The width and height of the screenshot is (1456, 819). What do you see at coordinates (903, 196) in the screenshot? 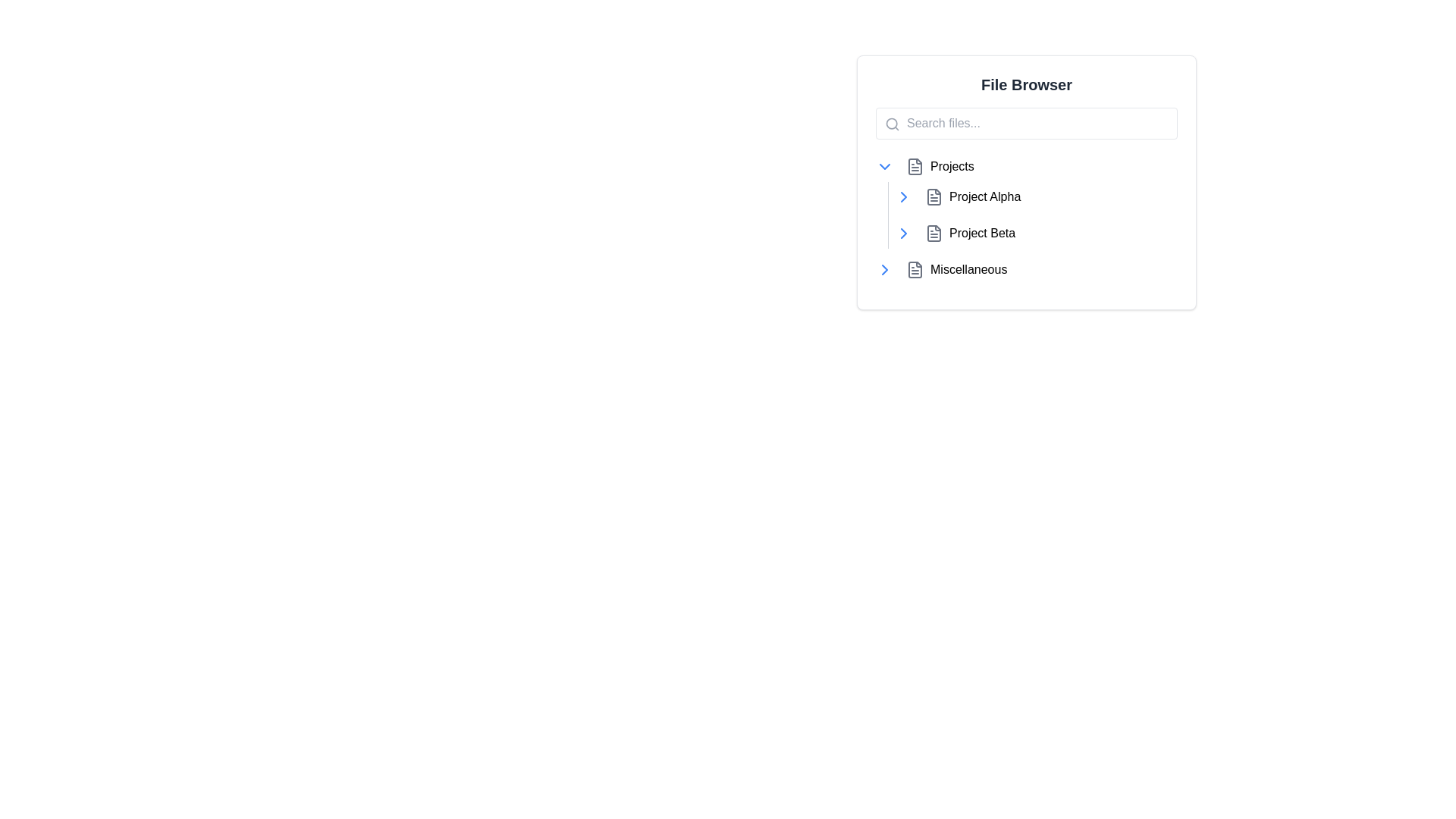
I see `the rightward-pointing chevron icon styled in blue, located in the file browser interface to the left of the 'Project Alpha' label` at bounding box center [903, 196].